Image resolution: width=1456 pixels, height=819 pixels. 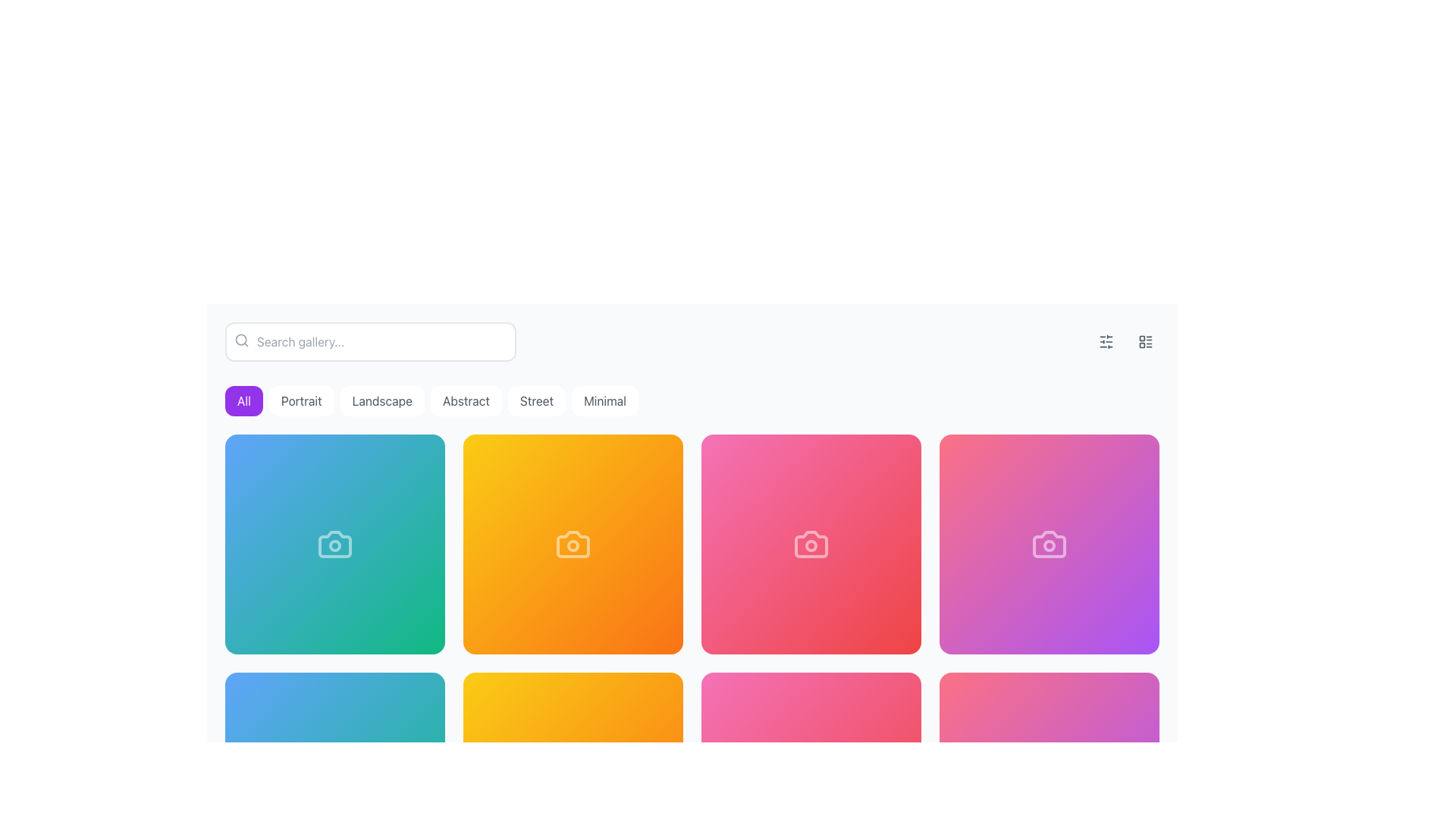 What do you see at coordinates (604, 400) in the screenshot?
I see `the filter button located at the top of the gallery, which is the sixth button in a horizontal sequence, to observe the hover effect` at bounding box center [604, 400].